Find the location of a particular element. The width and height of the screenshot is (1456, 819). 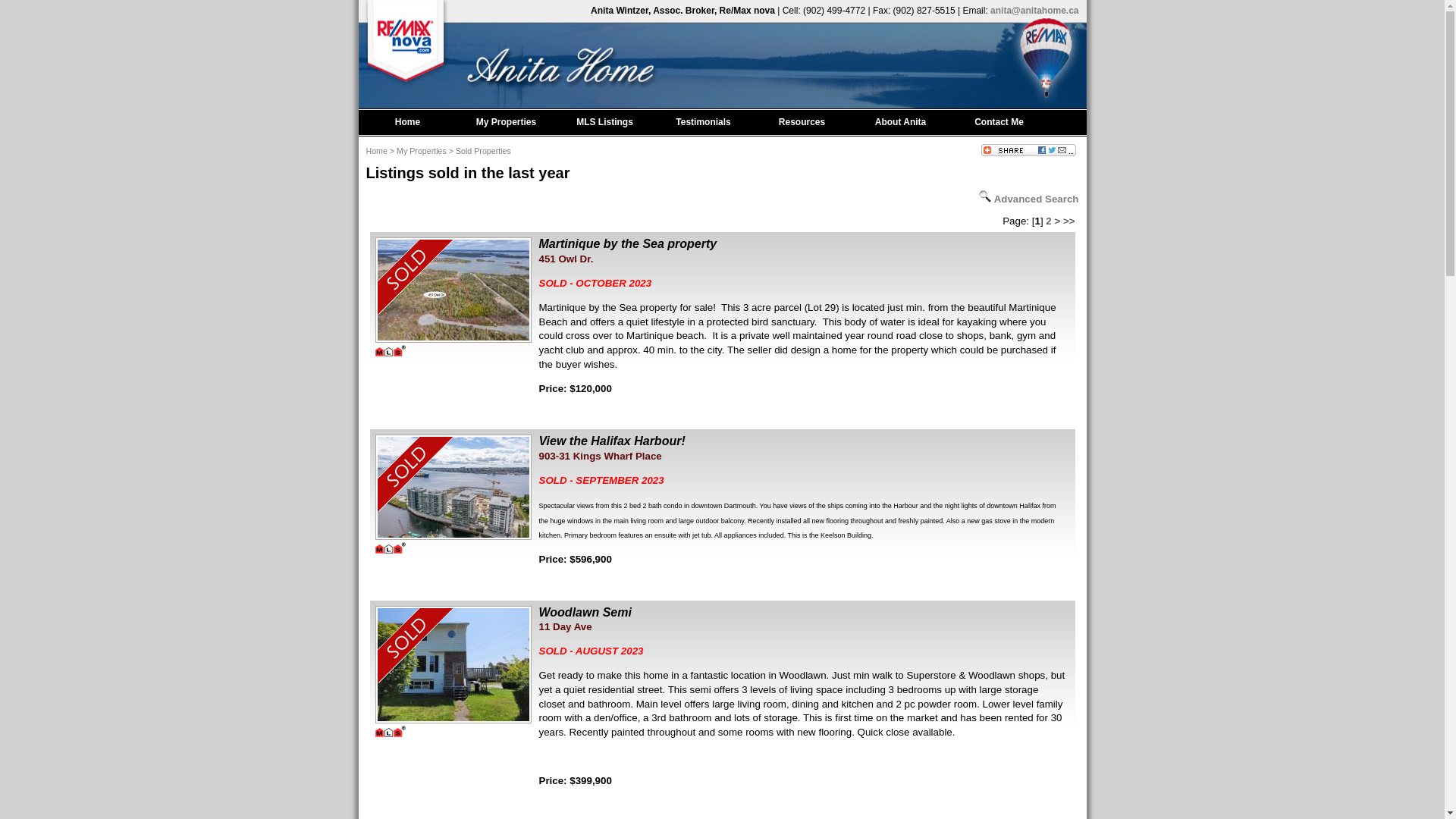

'>' is located at coordinates (1056, 221).